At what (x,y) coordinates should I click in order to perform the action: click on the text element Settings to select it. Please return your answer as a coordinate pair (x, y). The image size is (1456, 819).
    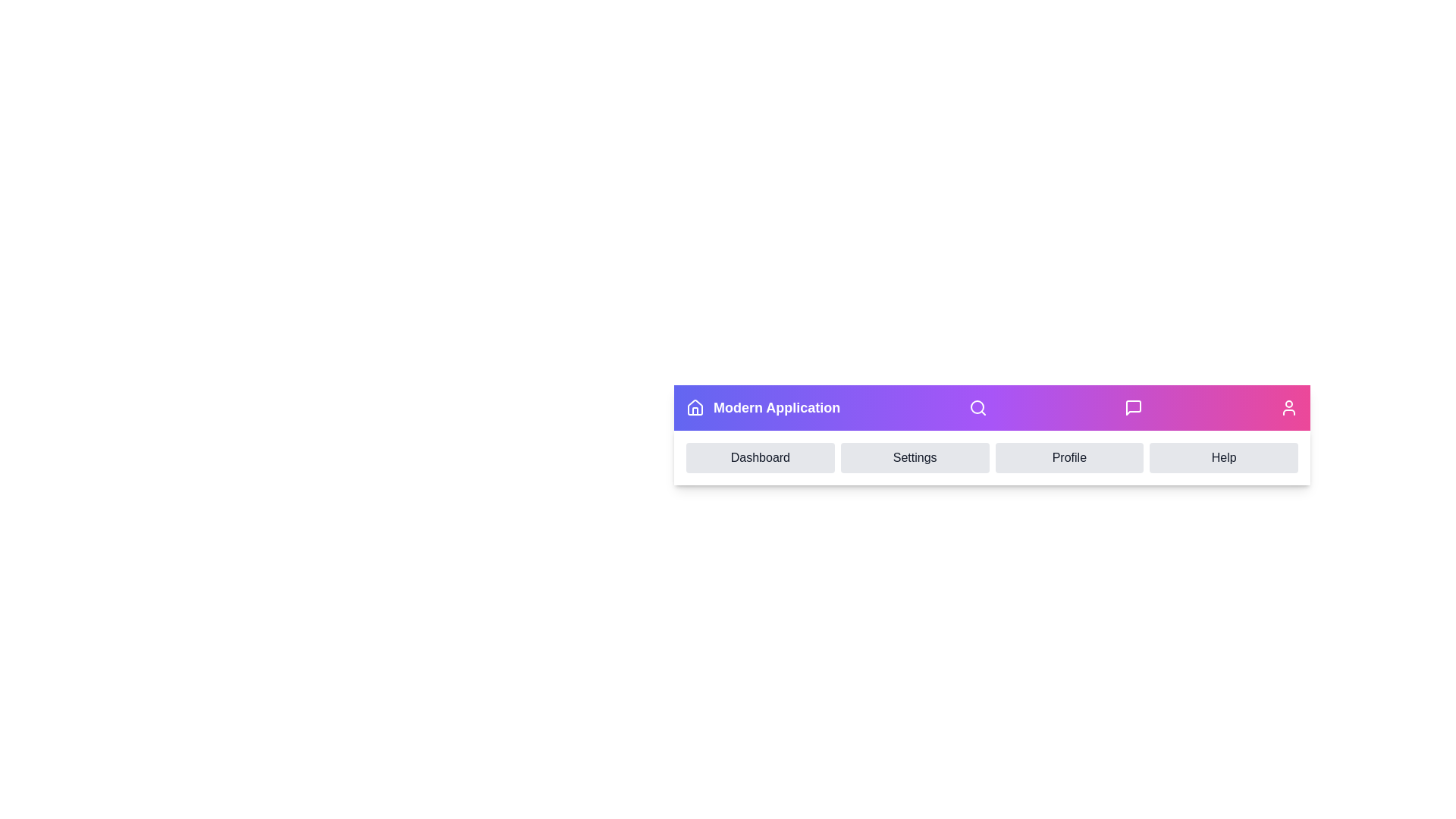
    Looking at the image, I should click on (914, 457).